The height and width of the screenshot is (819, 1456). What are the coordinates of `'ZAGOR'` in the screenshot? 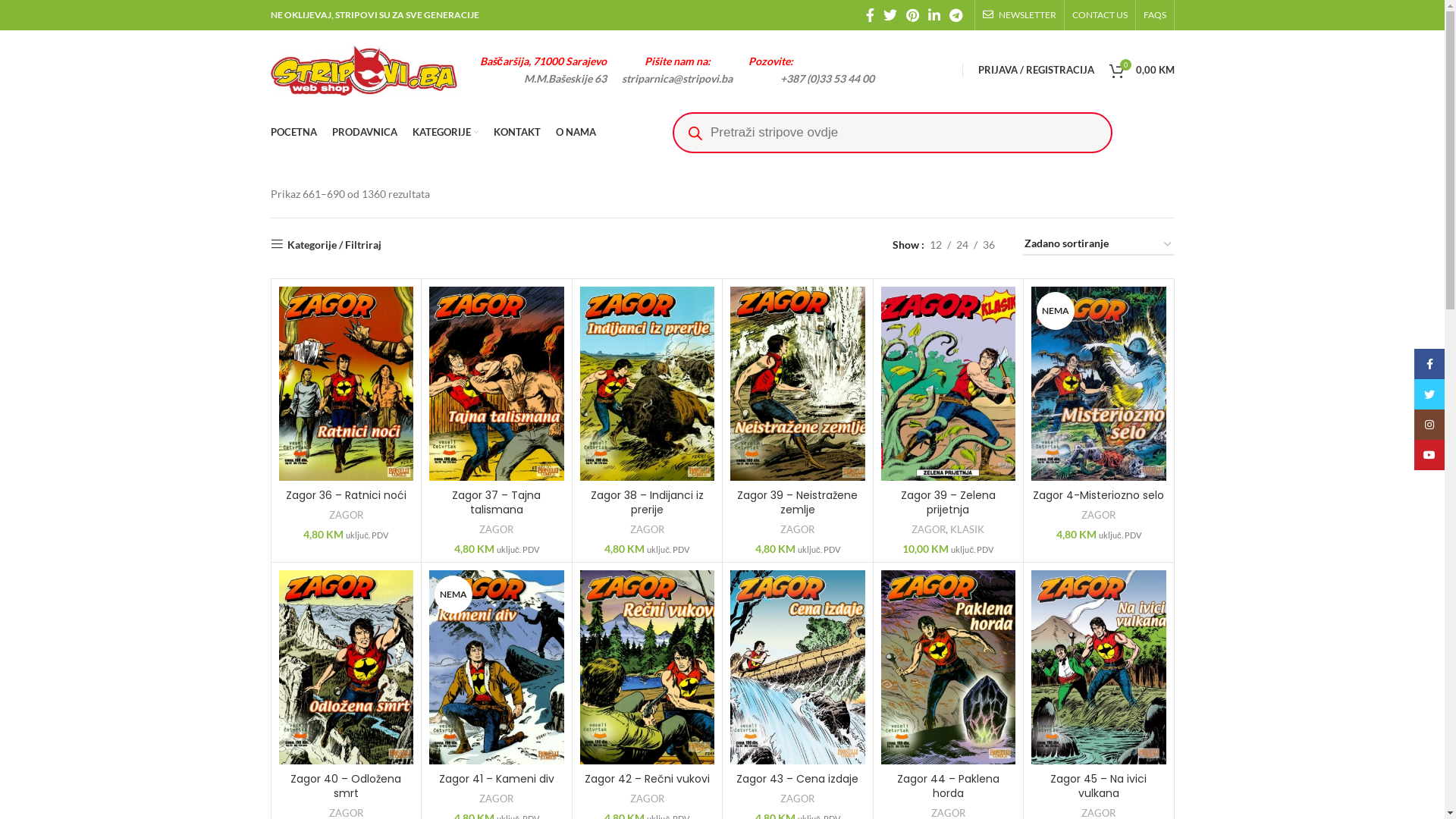 It's located at (647, 529).